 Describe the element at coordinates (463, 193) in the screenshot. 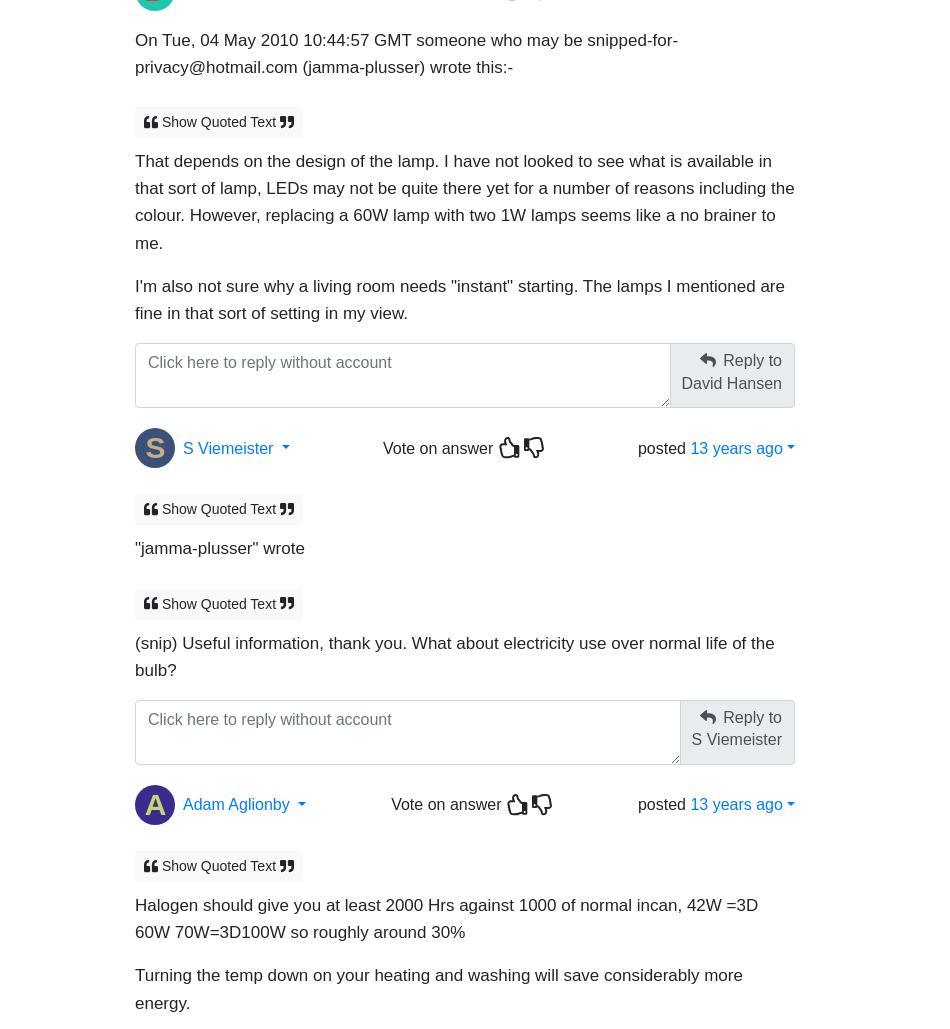

I see `'That depends on the design of the lamp. I have not looked to see what is available in that sort of lamp, LEDs may not be quite there yet for a number of reasons including the colour. However, replacing a 60W lamp with two 1W lamps seems like a no brainer to me.'` at that location.